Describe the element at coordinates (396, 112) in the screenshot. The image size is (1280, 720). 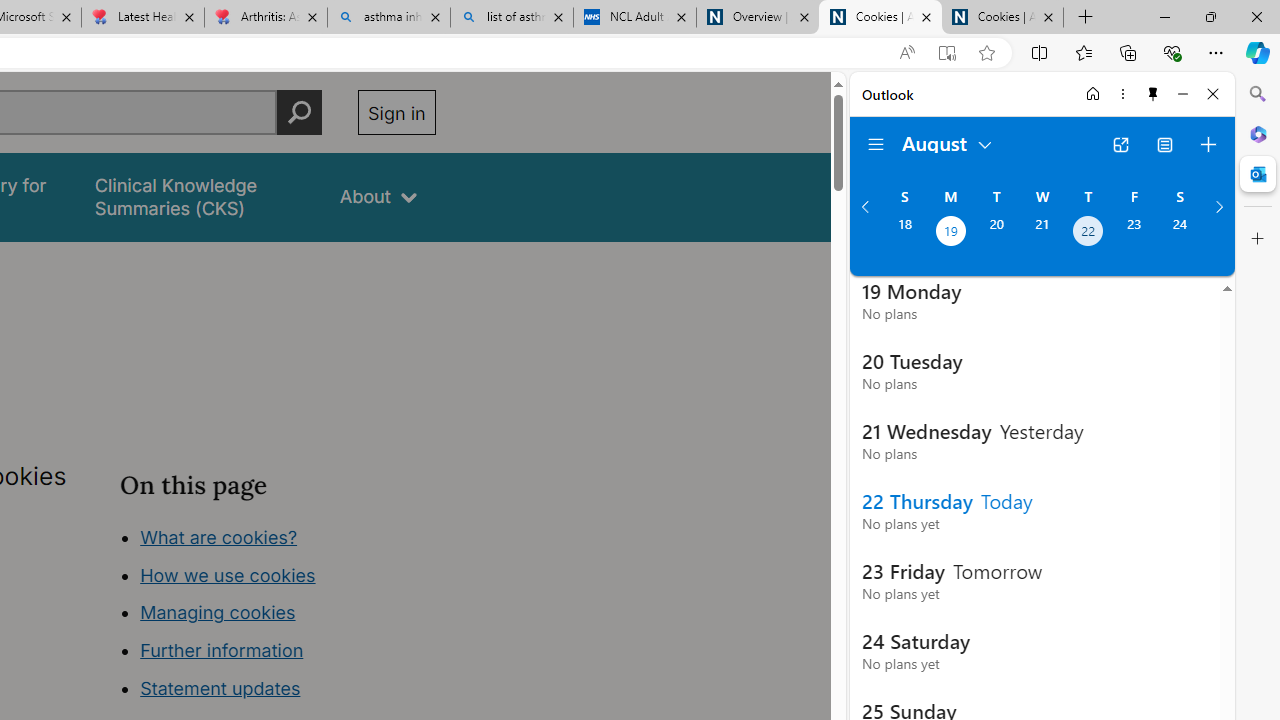
I see `'Sign in'` at that location.